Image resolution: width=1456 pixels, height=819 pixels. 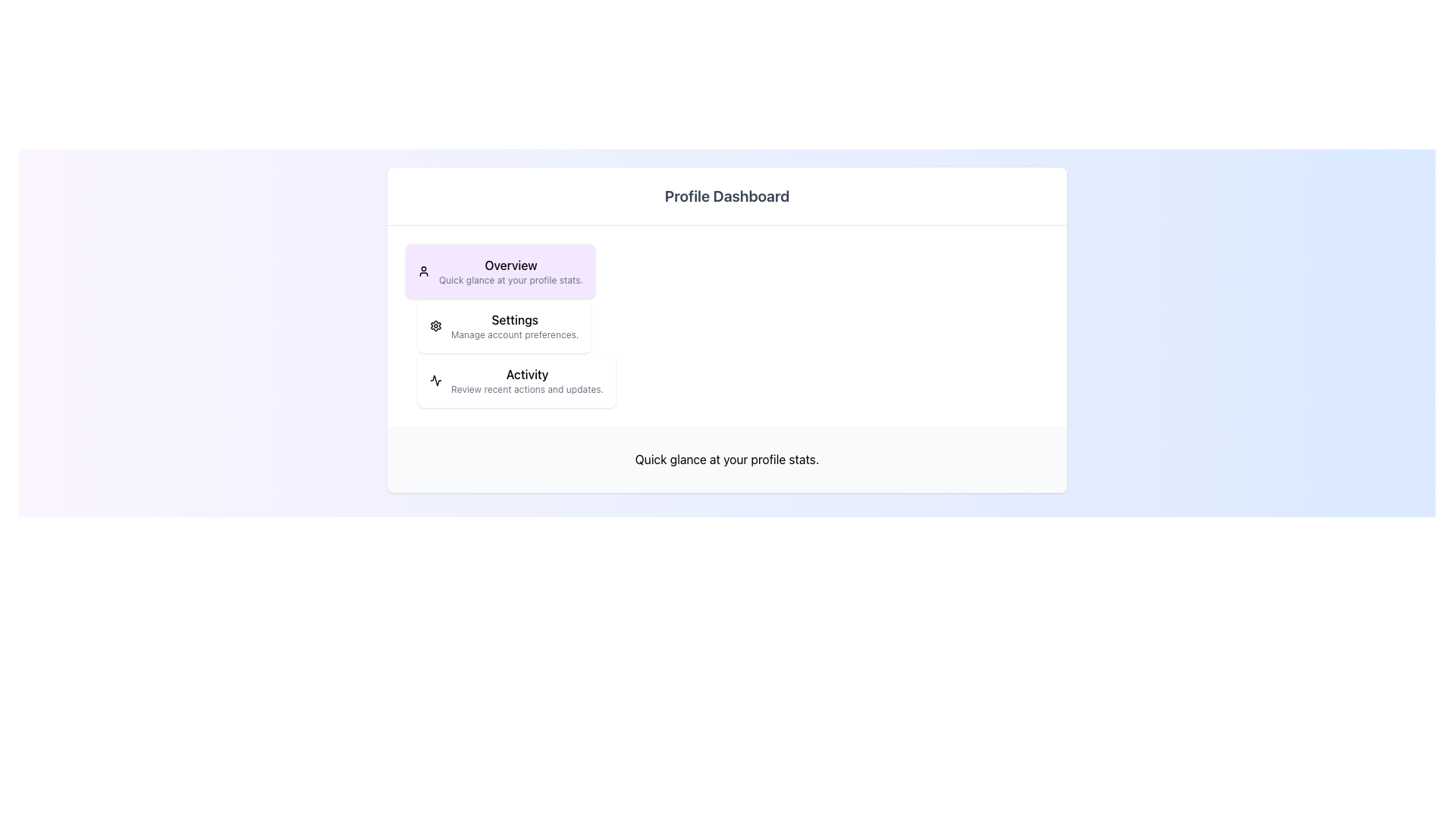 I want to click on the text label that reads 'Manage account preferences.' located directly below the 'Settings' header in the second panel, so click(x=515, y=334).